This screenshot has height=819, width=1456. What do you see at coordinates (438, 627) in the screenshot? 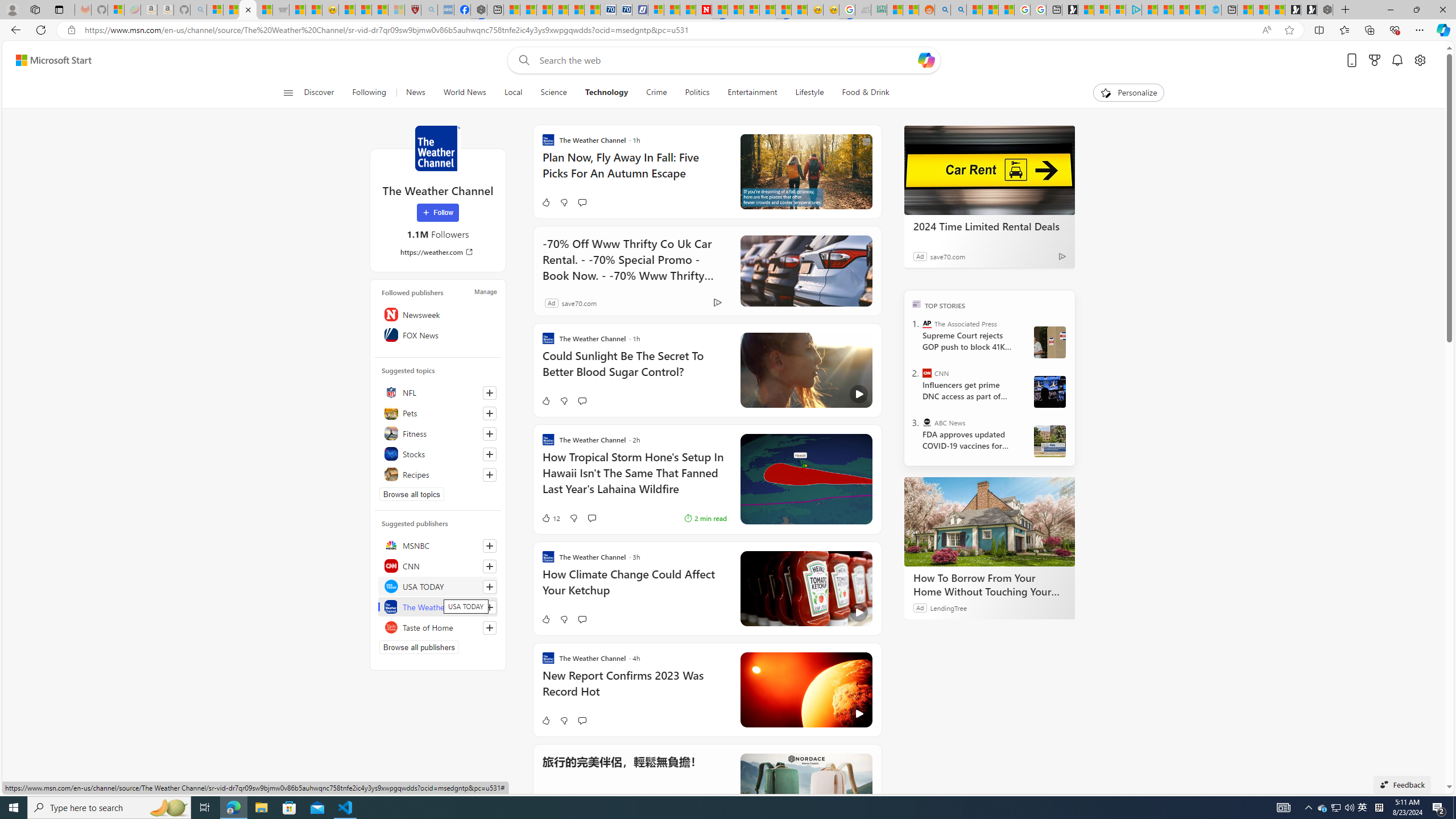
I see `'Taste of Home'` at bounding box center [438, 627].